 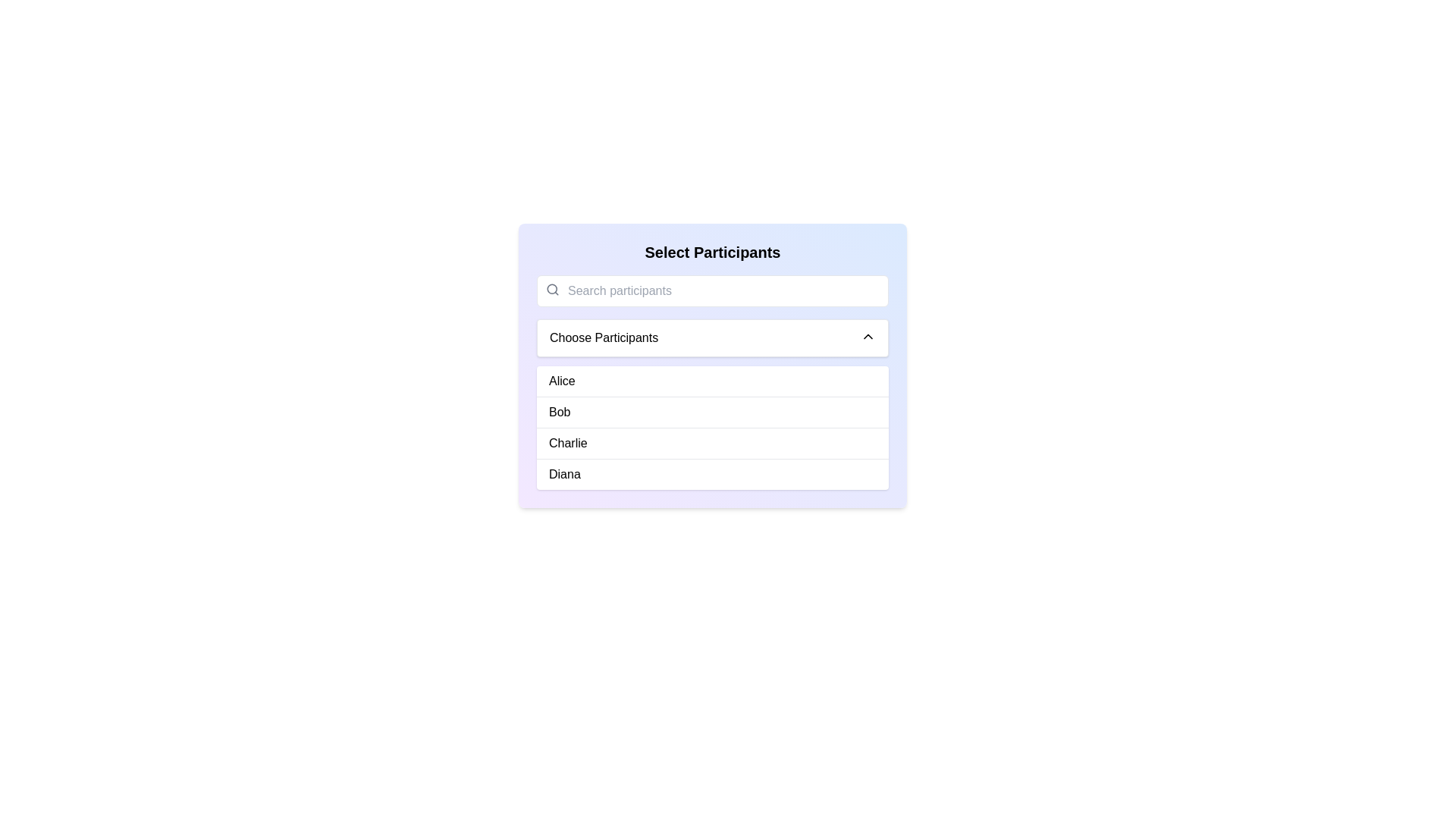 I want to click on the first text label in the 'Choose Participants' list, so click(x=561, y=380).